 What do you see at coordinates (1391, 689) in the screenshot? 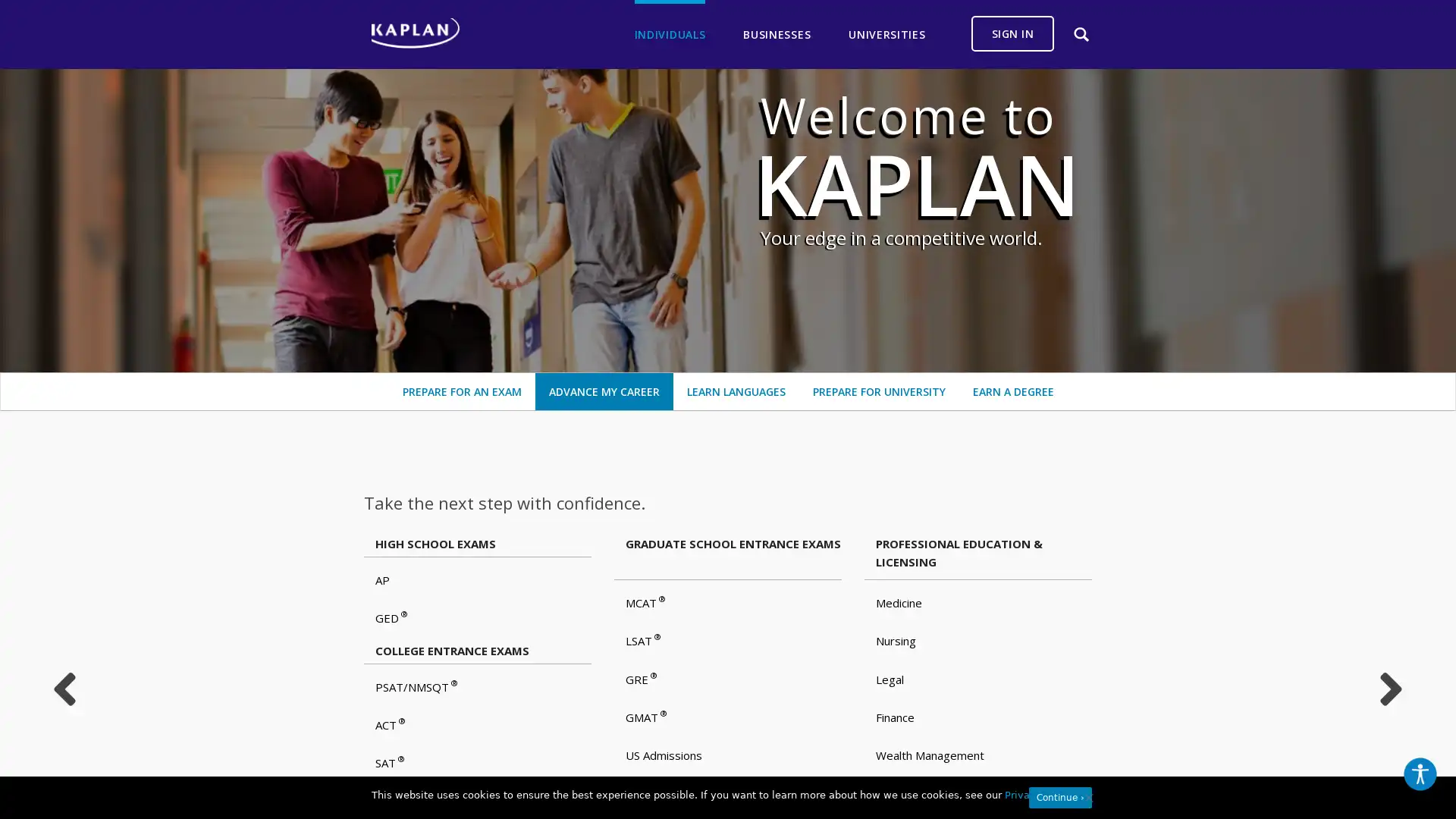
I see `Next` at bounding box center [1391, 689].